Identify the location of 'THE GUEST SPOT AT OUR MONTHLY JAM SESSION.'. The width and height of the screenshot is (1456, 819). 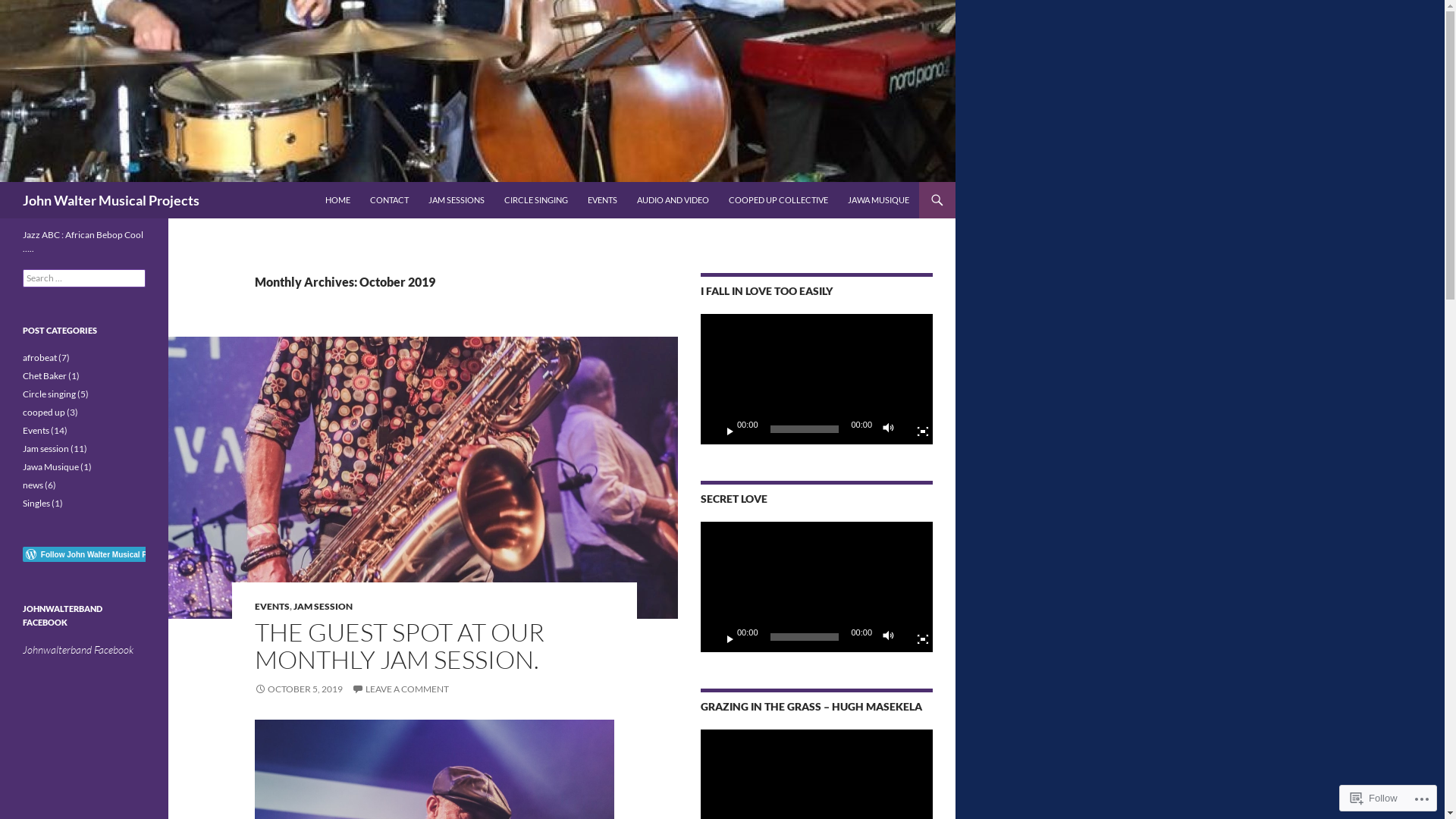
(255, 645).